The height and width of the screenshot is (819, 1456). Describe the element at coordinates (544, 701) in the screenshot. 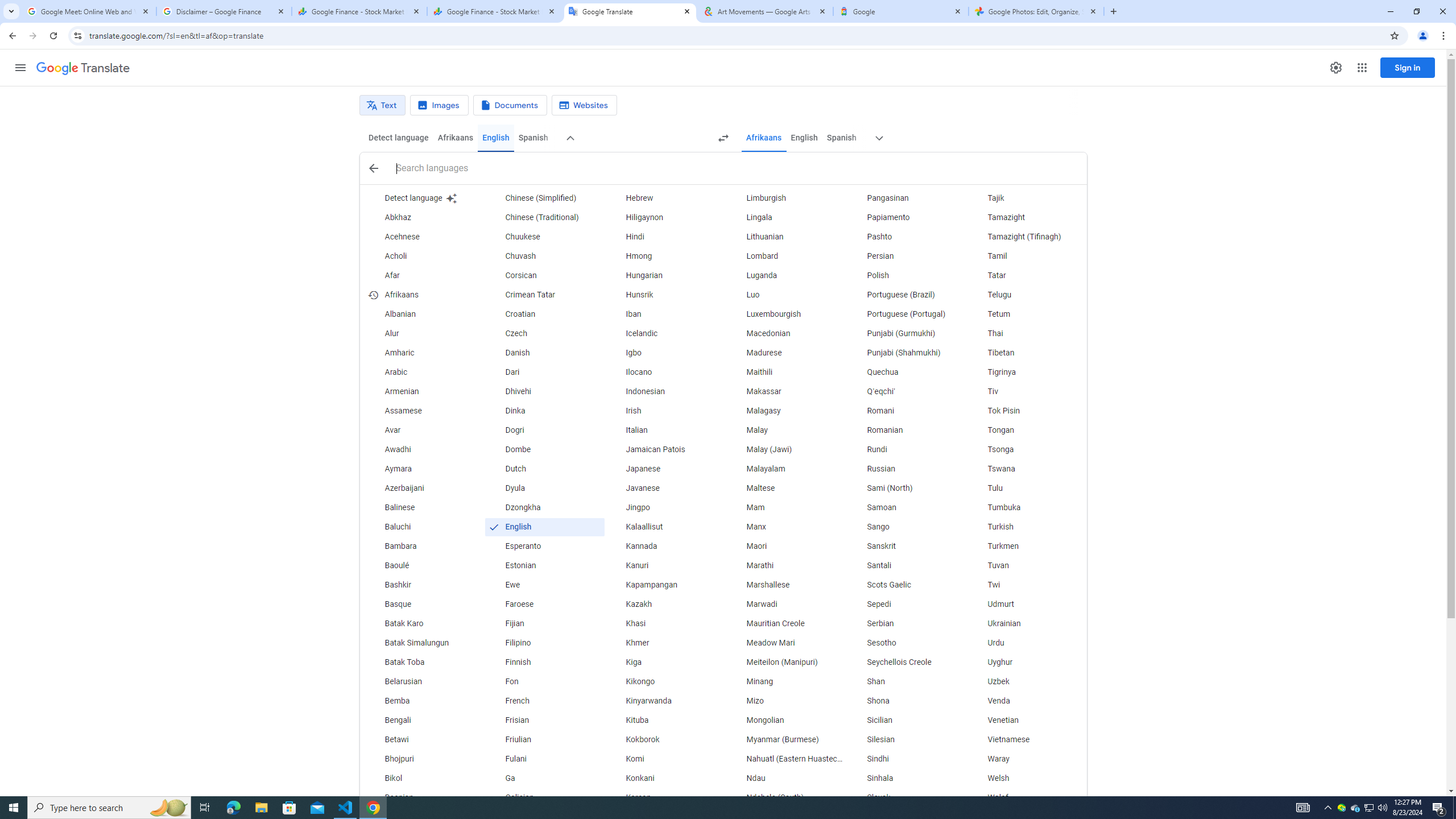

I see `'French'` at that location.